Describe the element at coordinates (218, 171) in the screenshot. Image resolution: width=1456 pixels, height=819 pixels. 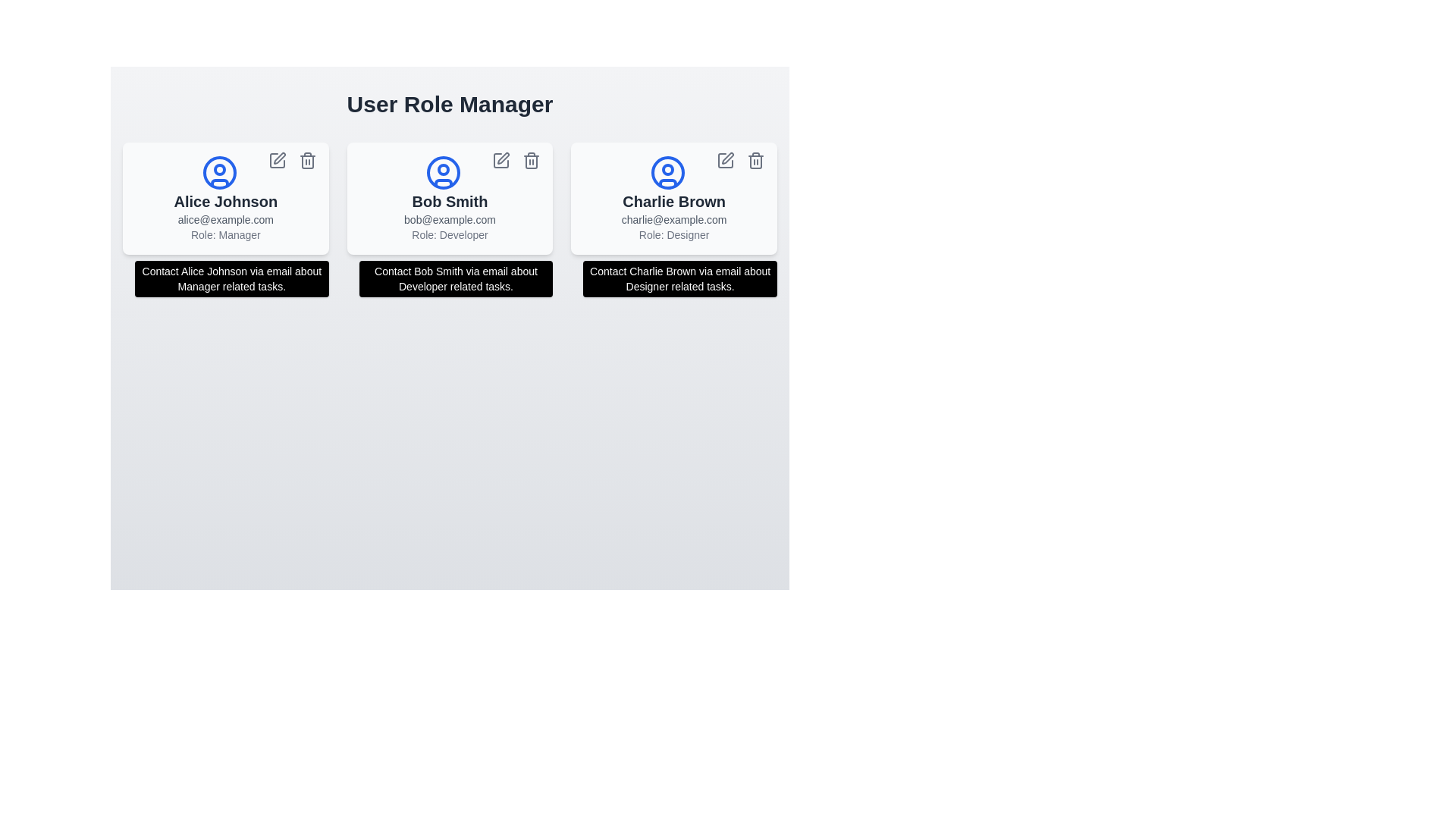
I see `the user profile icon for 'Alice Johnson' located at the top-left corner of the card, which is horizontally centered in the upper section` at that location.